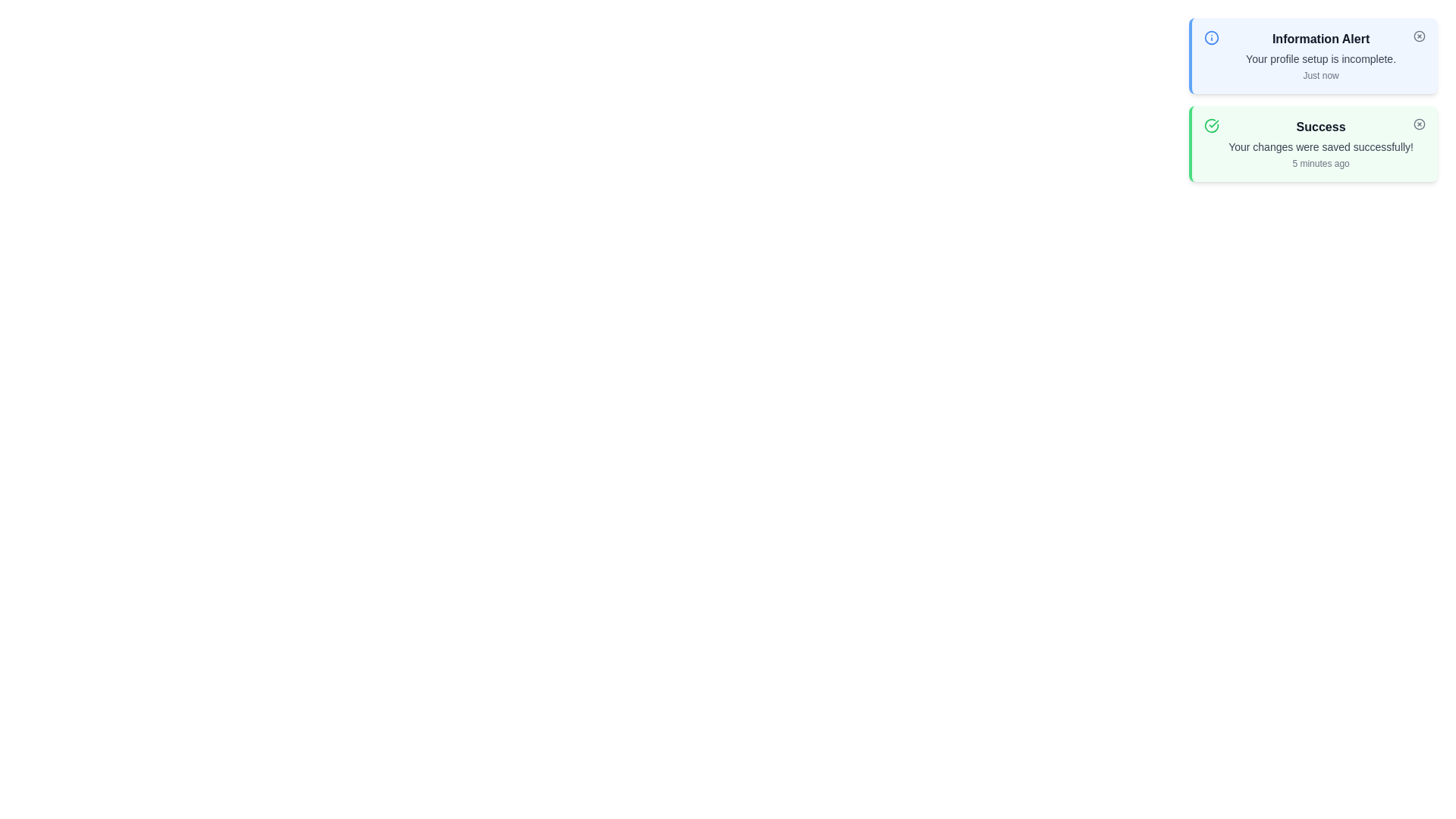 Image resolution: width=1456 pixels, height=819 pixels. What do you see at coordinates (1313, 143) in the screenshot?
I see `the notification with title 'Success'` at bounding box center [1313, 143].